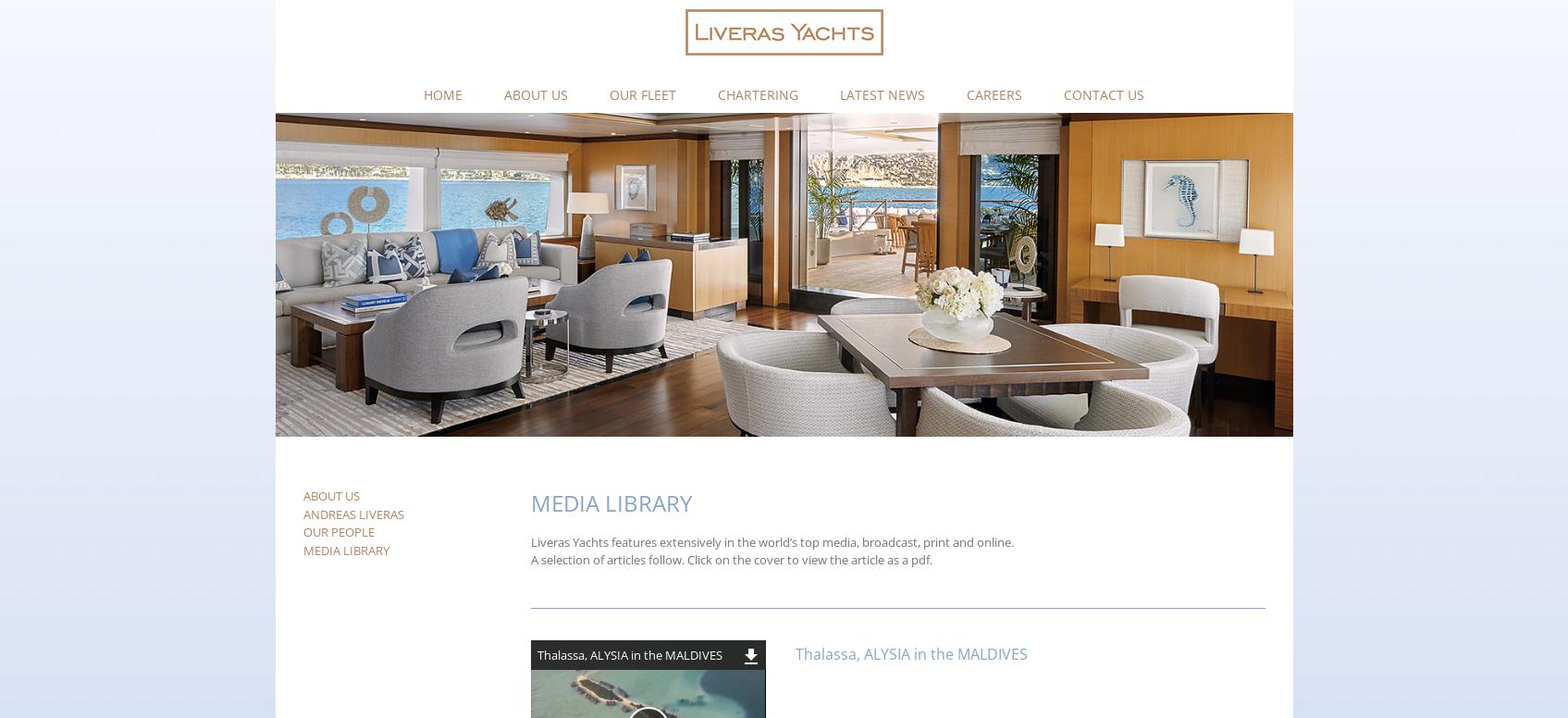 The height and width of the screenshot is (718, 1568). I want to click on 'LATEST NEWS', so click(882, 93).